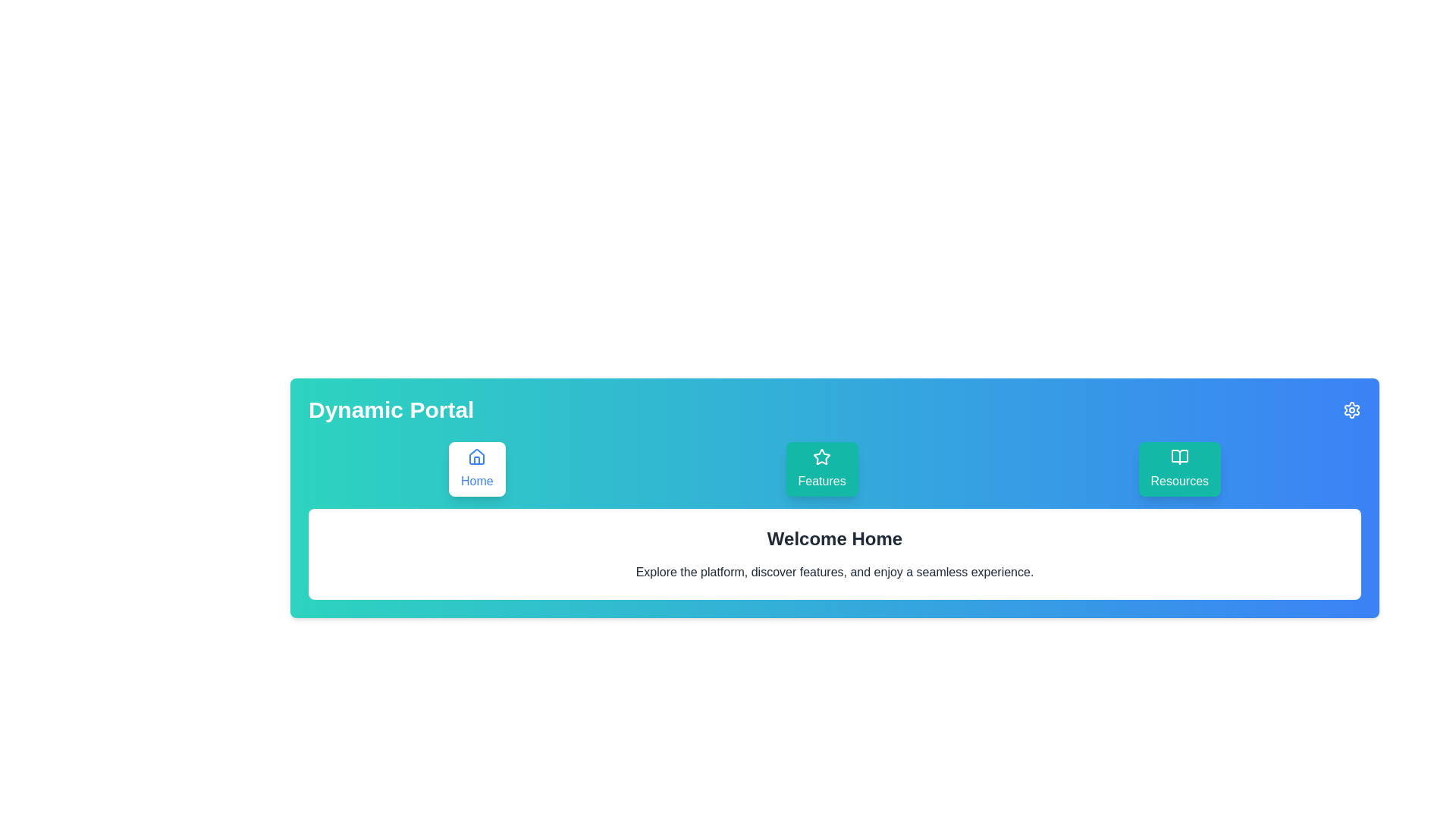 The image size is (1456, 819). What do you see at coordinates (1351, 409) in the screenshot?
I see `the small, white gear-shaped icon resembling a settings symbol, which is located on the far-right side of the header containing 'Dynamic Portal'` at bounding box center [1351, 409].